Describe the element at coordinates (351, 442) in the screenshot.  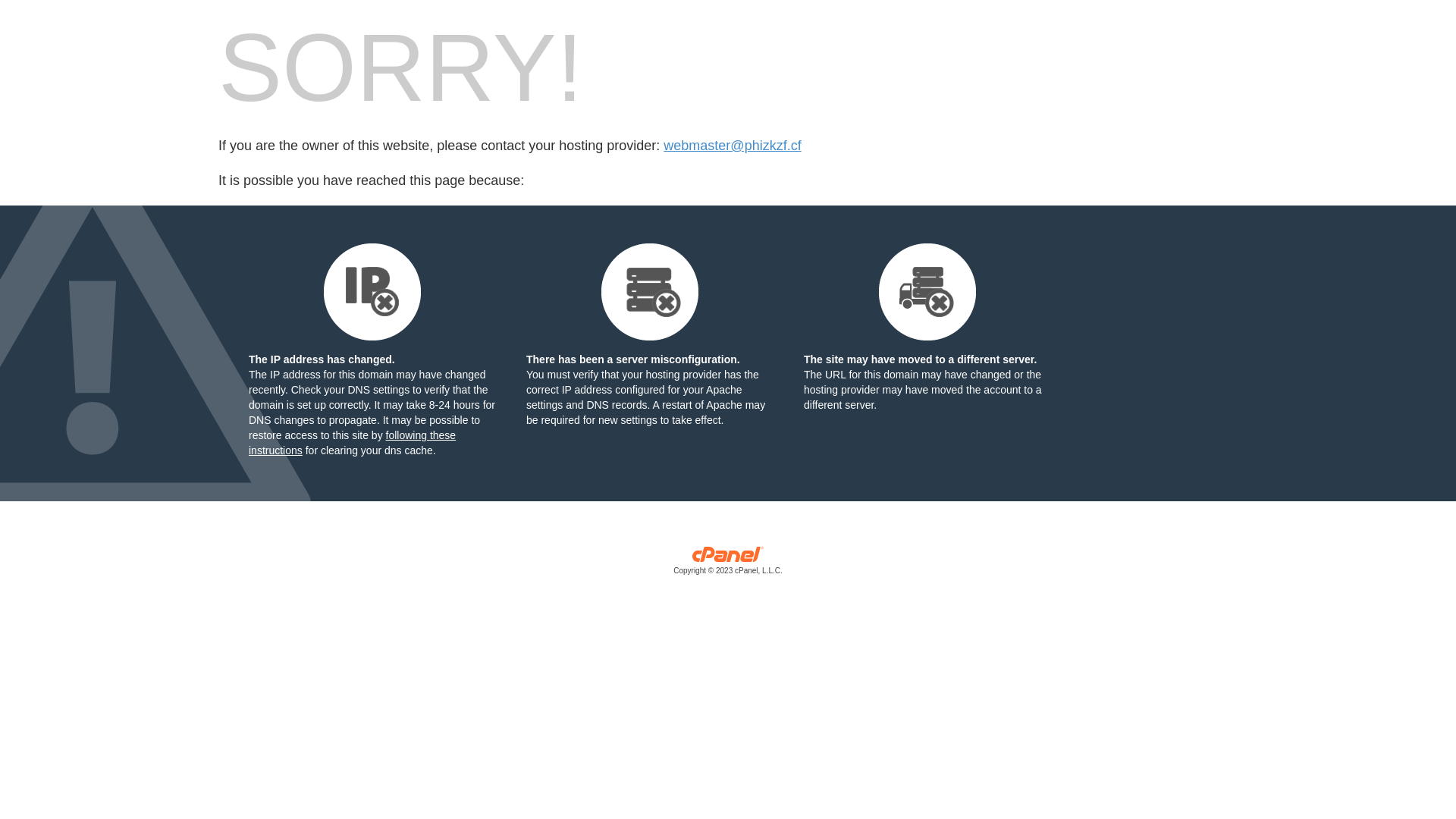
I see `'following these instructions'` at that location.